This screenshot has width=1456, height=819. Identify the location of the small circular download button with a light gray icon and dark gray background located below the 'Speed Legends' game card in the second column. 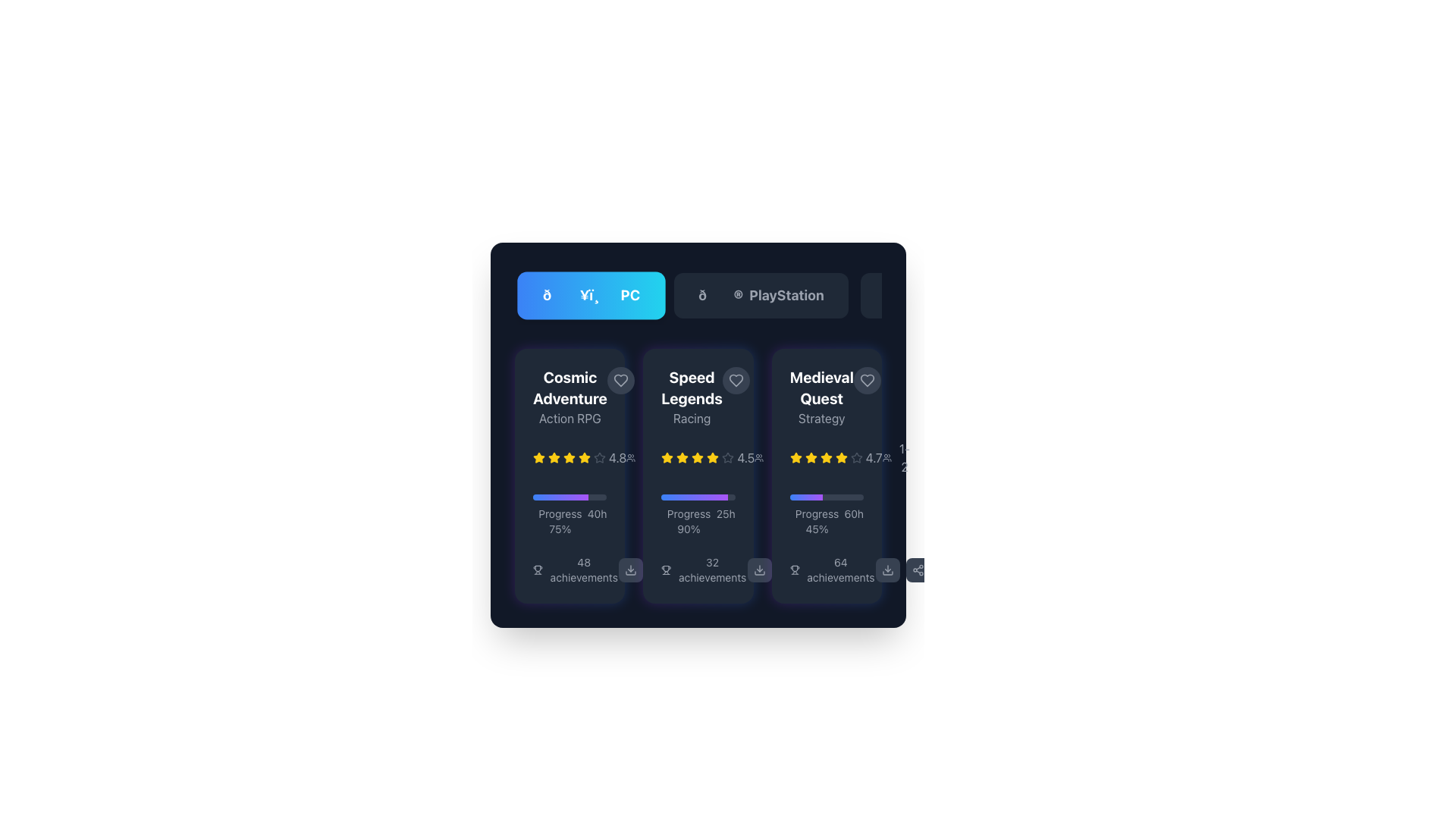
(631, 570).